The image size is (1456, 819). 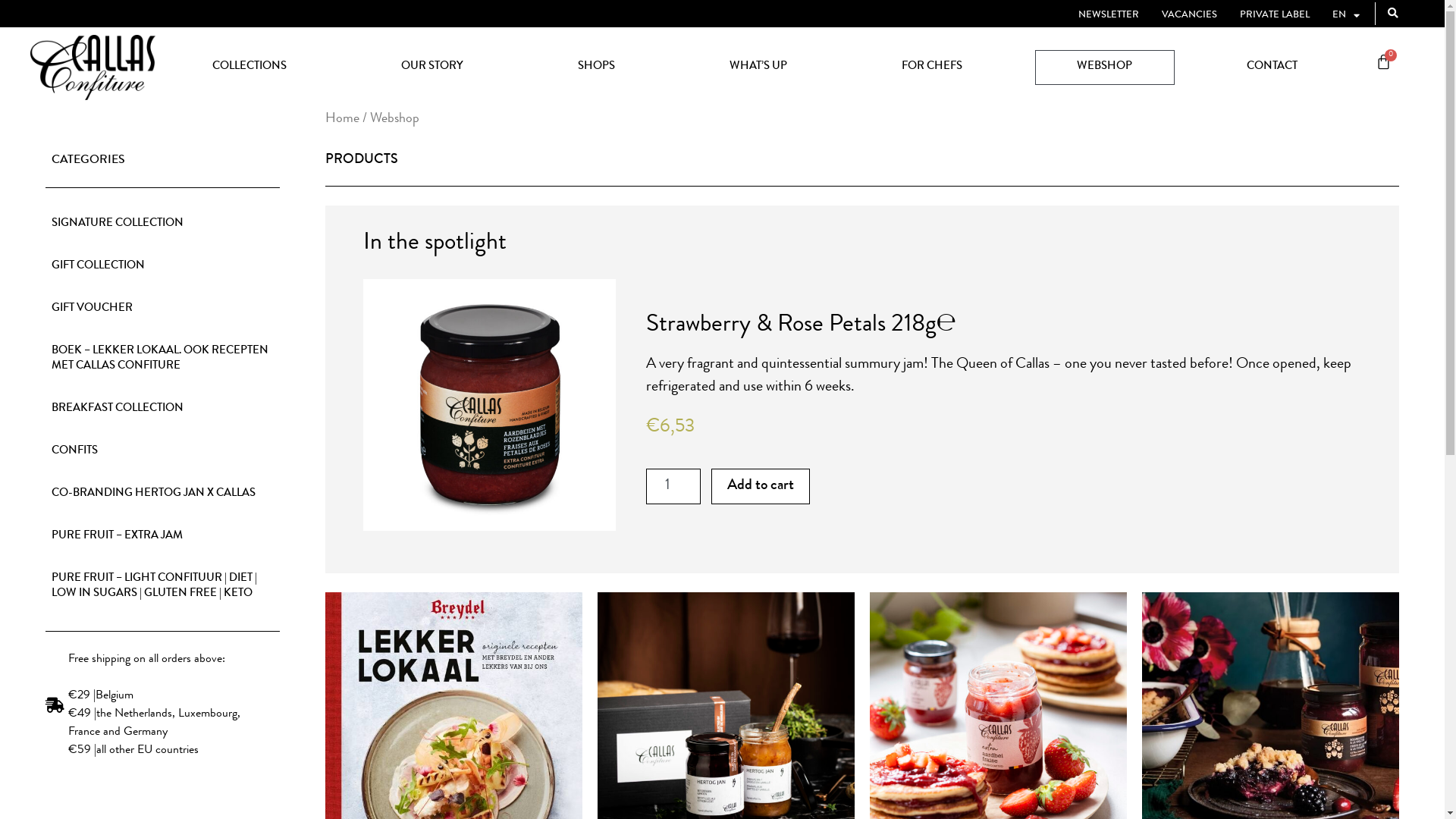 What do you see at coordinates (1103, 66) in the screenshot?
I see `'WEBSHOP'` at bounding box center [1103, 66].